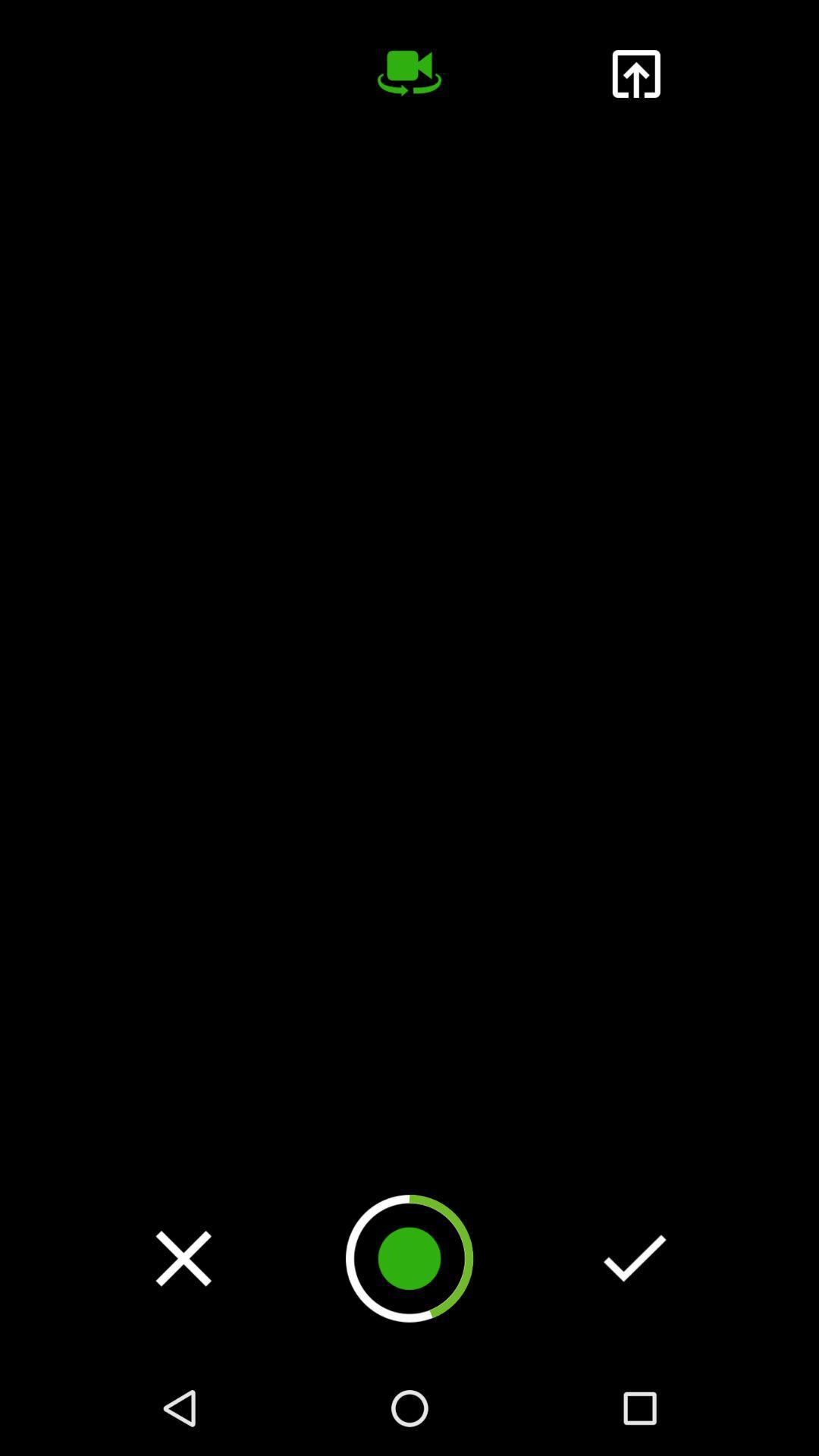  Describe the element at coordinates (409, 73) in the screenshot. I see `the videocam icon` at that location.